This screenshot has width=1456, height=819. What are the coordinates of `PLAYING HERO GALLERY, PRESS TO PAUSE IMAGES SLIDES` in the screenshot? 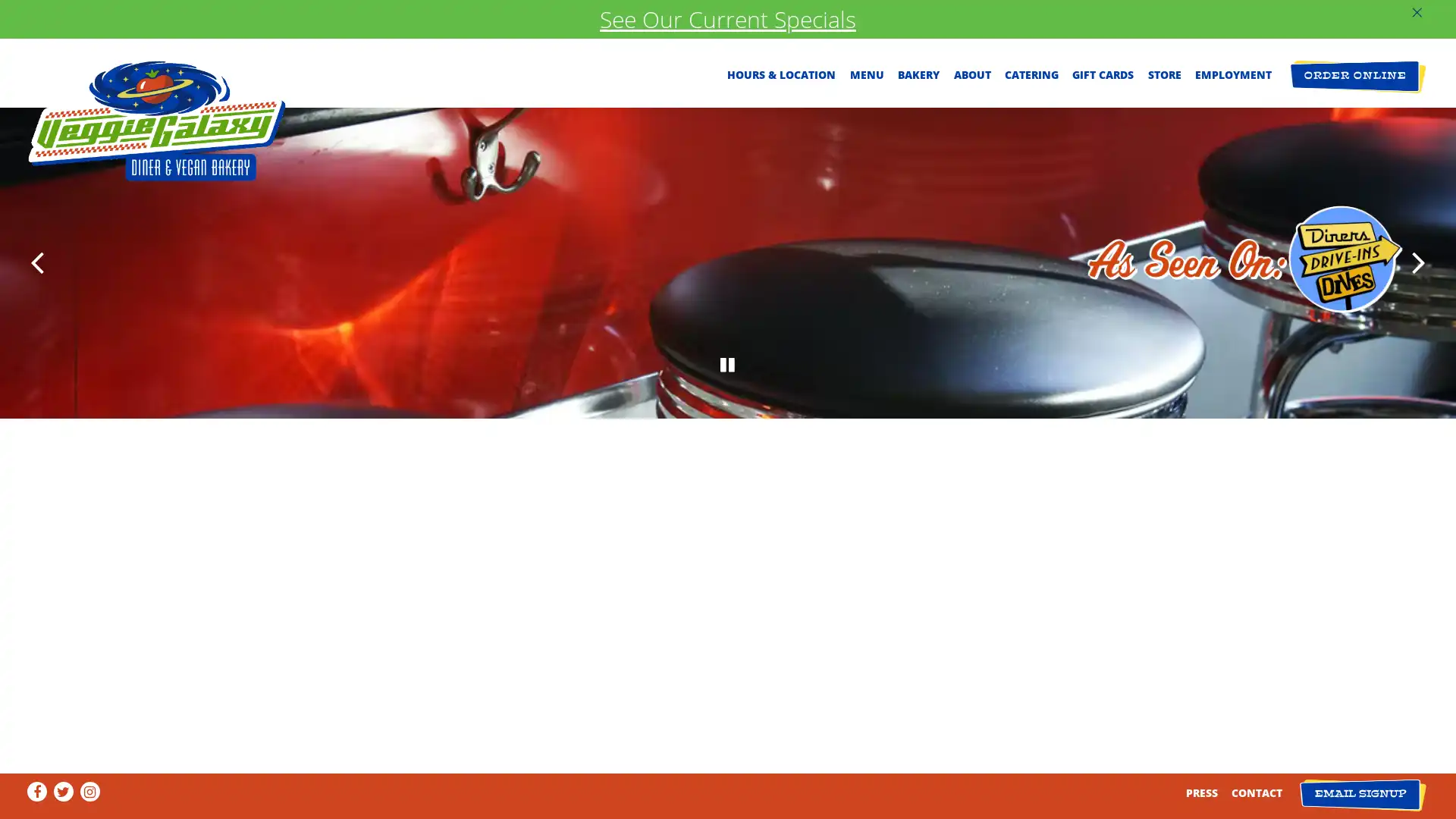 It's located at (728, 685).